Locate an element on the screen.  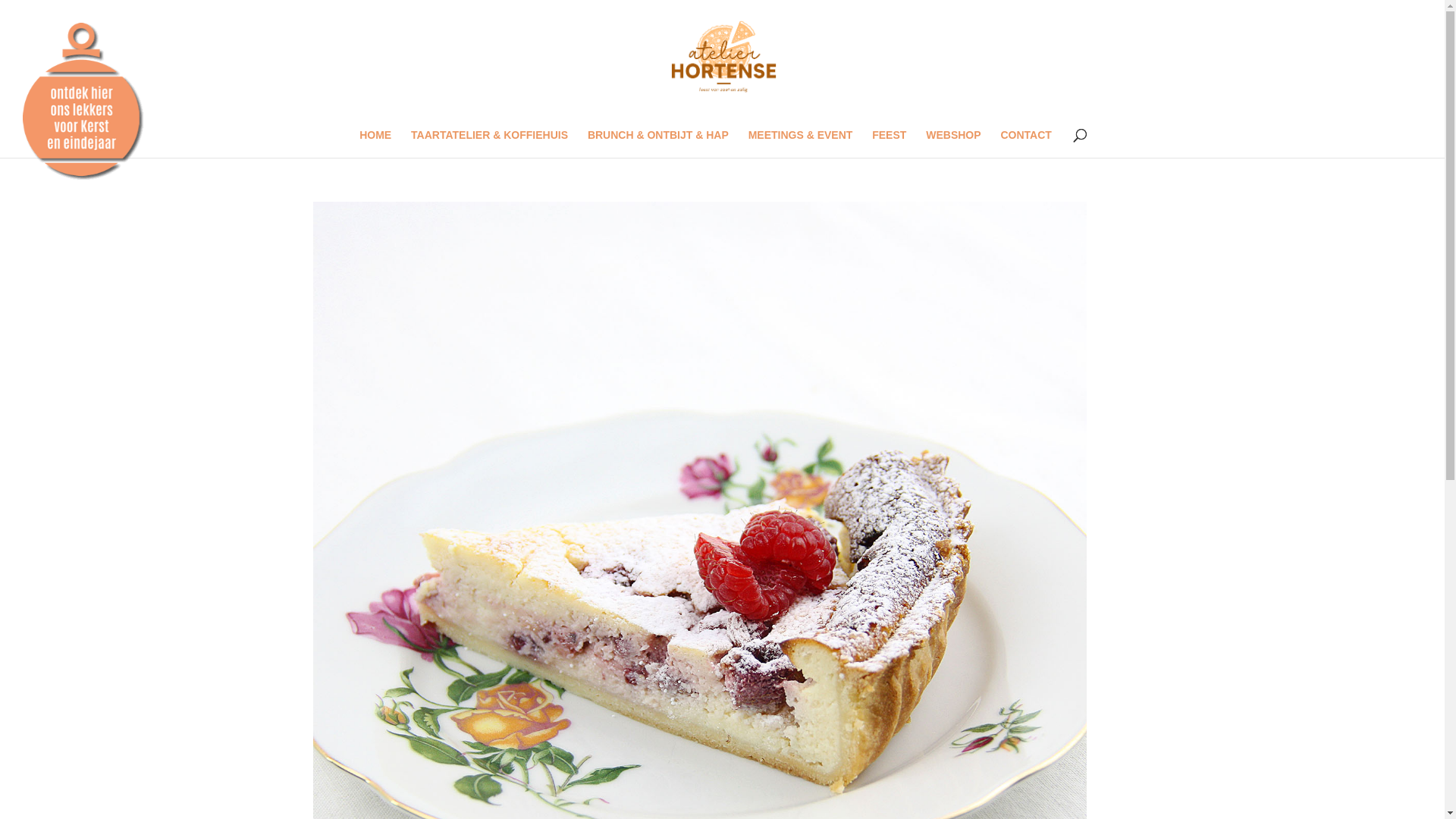
'HOME' is located at coordinates (359, 143).